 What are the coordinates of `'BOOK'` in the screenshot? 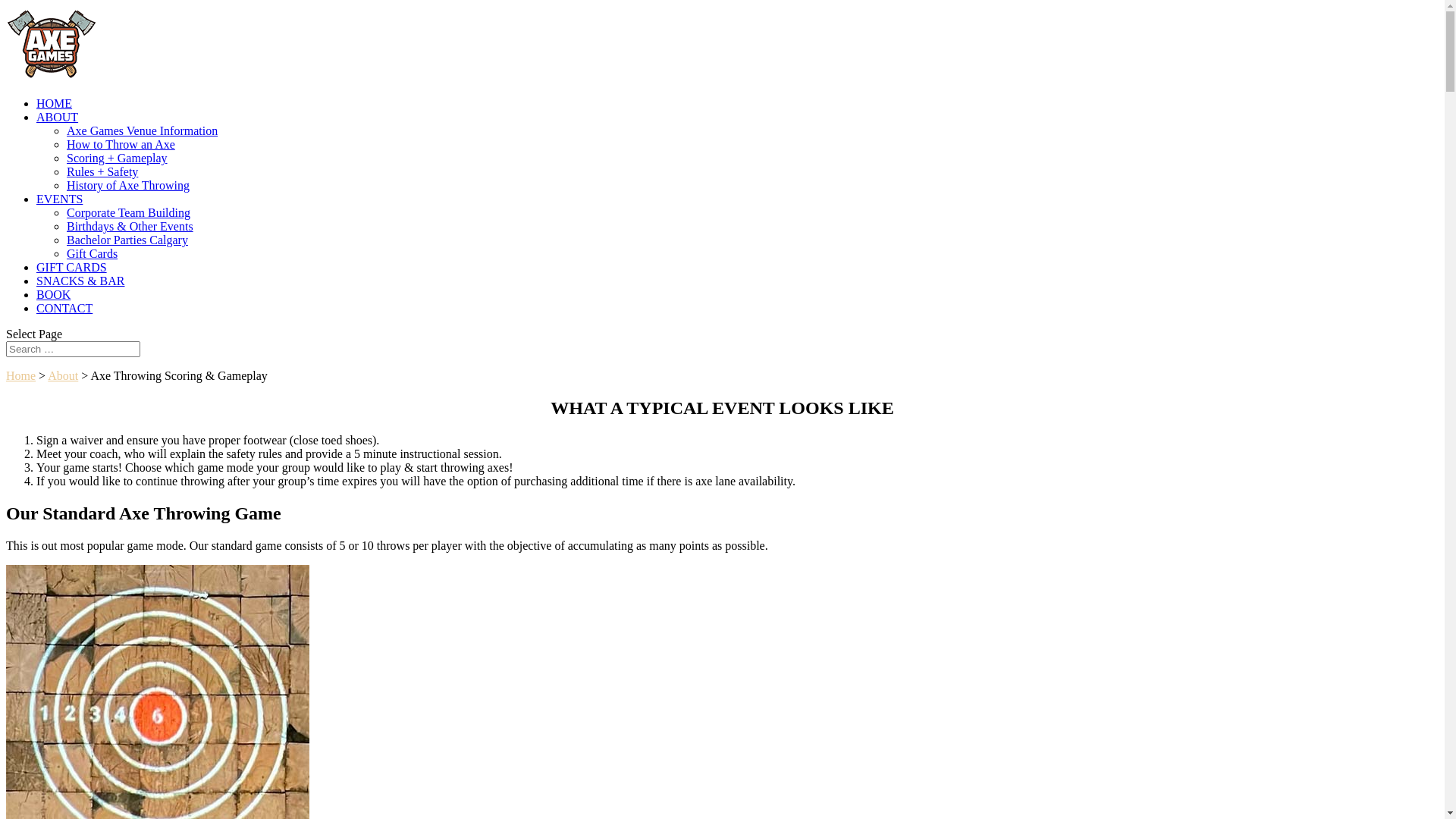 It's located at (53, 294).